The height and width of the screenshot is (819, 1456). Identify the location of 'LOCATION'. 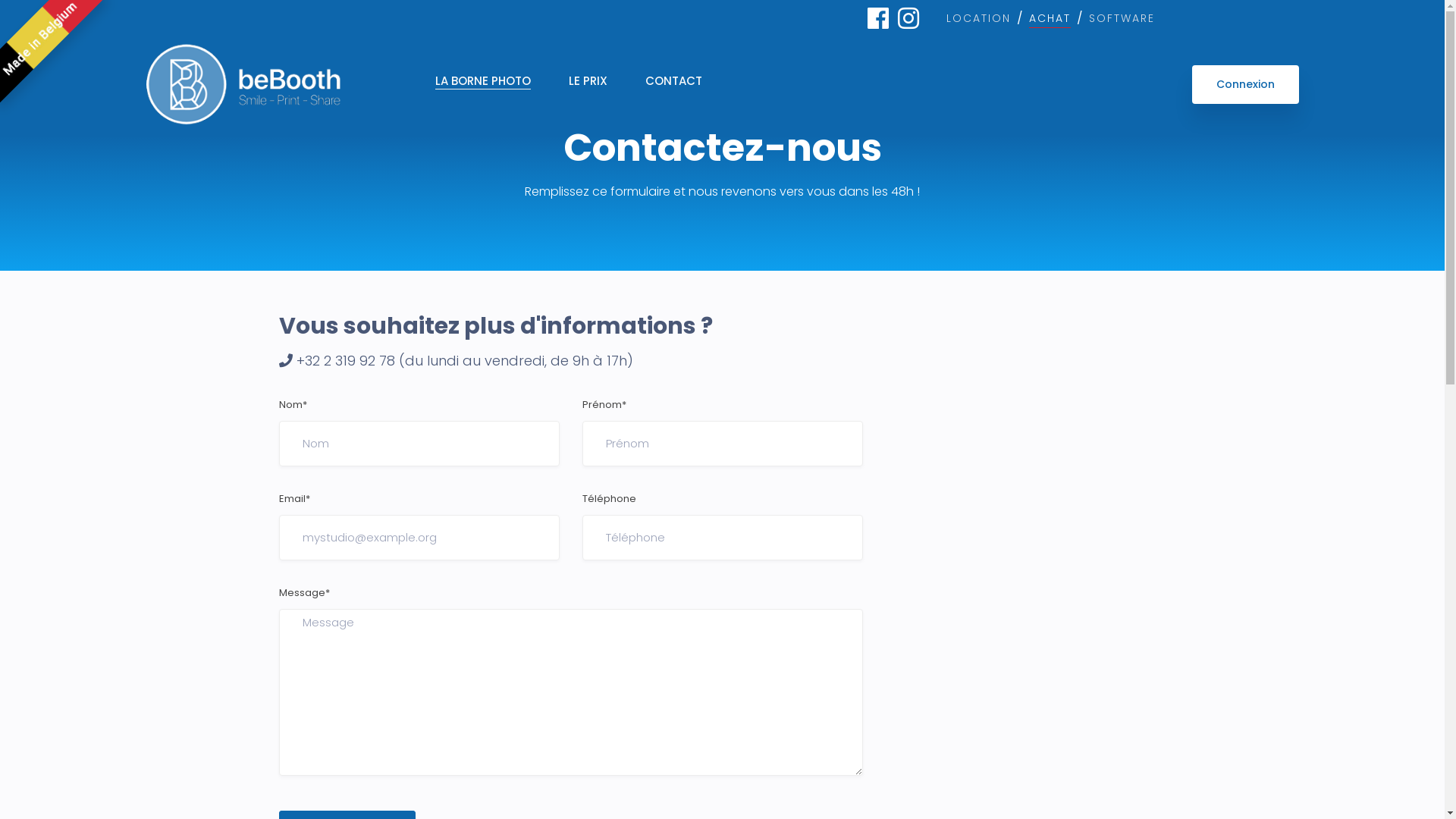
(978, 17).